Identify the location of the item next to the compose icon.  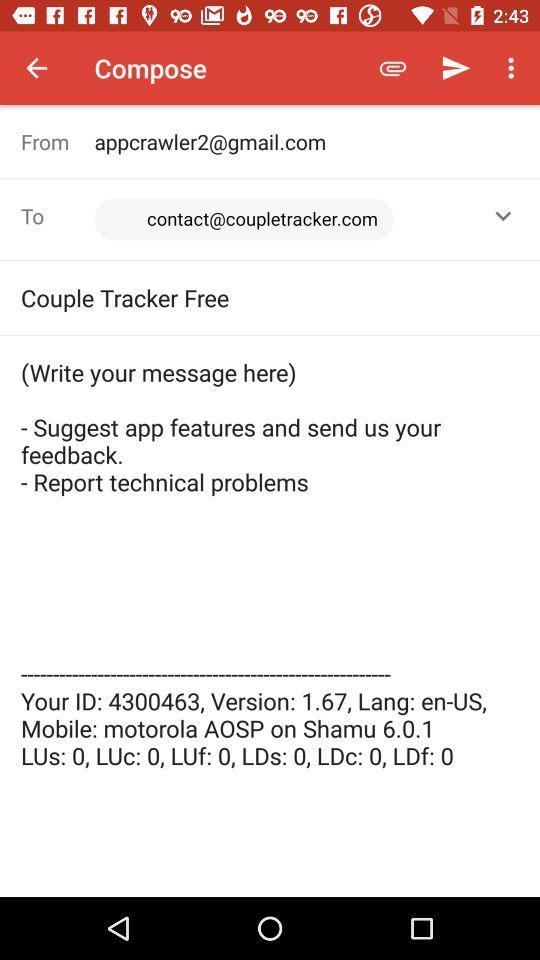
(36, 68).